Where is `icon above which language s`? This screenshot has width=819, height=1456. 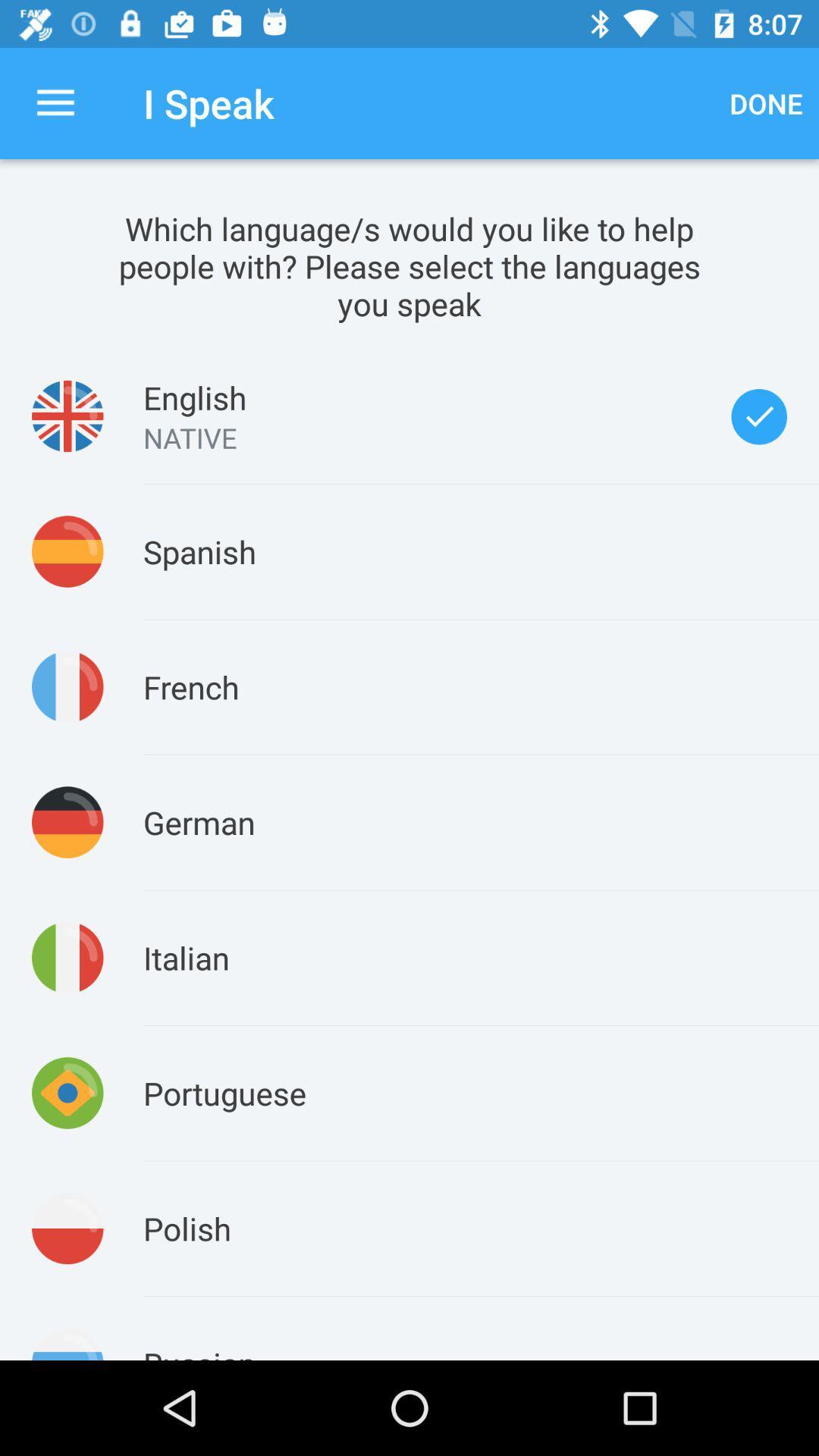
icon above which language s is located at coordinates (55, 102).